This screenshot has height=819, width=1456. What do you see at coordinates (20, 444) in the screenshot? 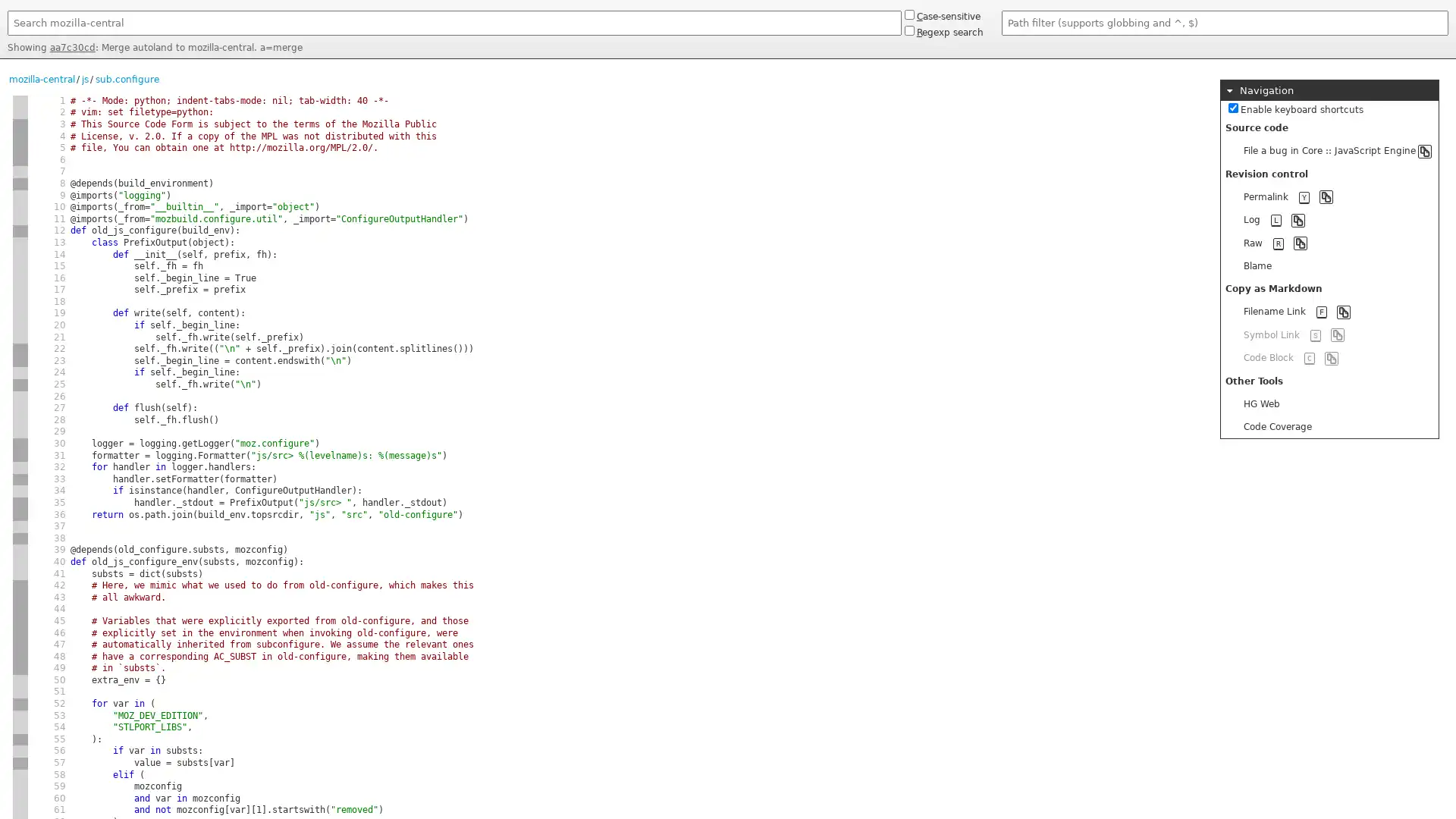
I see `new hash 3` at bounding box center [20, 444].